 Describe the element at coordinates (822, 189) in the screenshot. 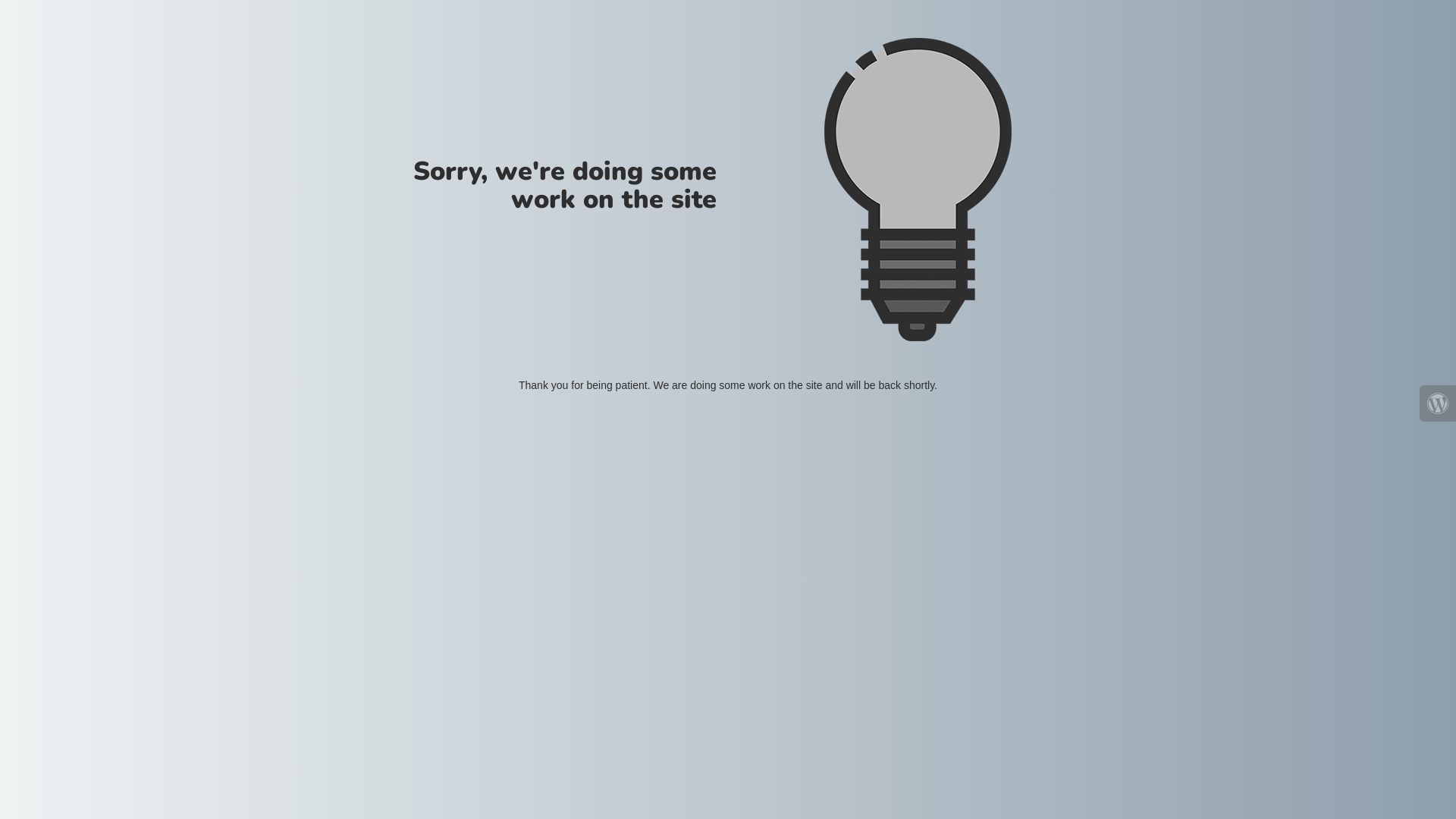

I see `'Switching on the site soon ...'` at that location.